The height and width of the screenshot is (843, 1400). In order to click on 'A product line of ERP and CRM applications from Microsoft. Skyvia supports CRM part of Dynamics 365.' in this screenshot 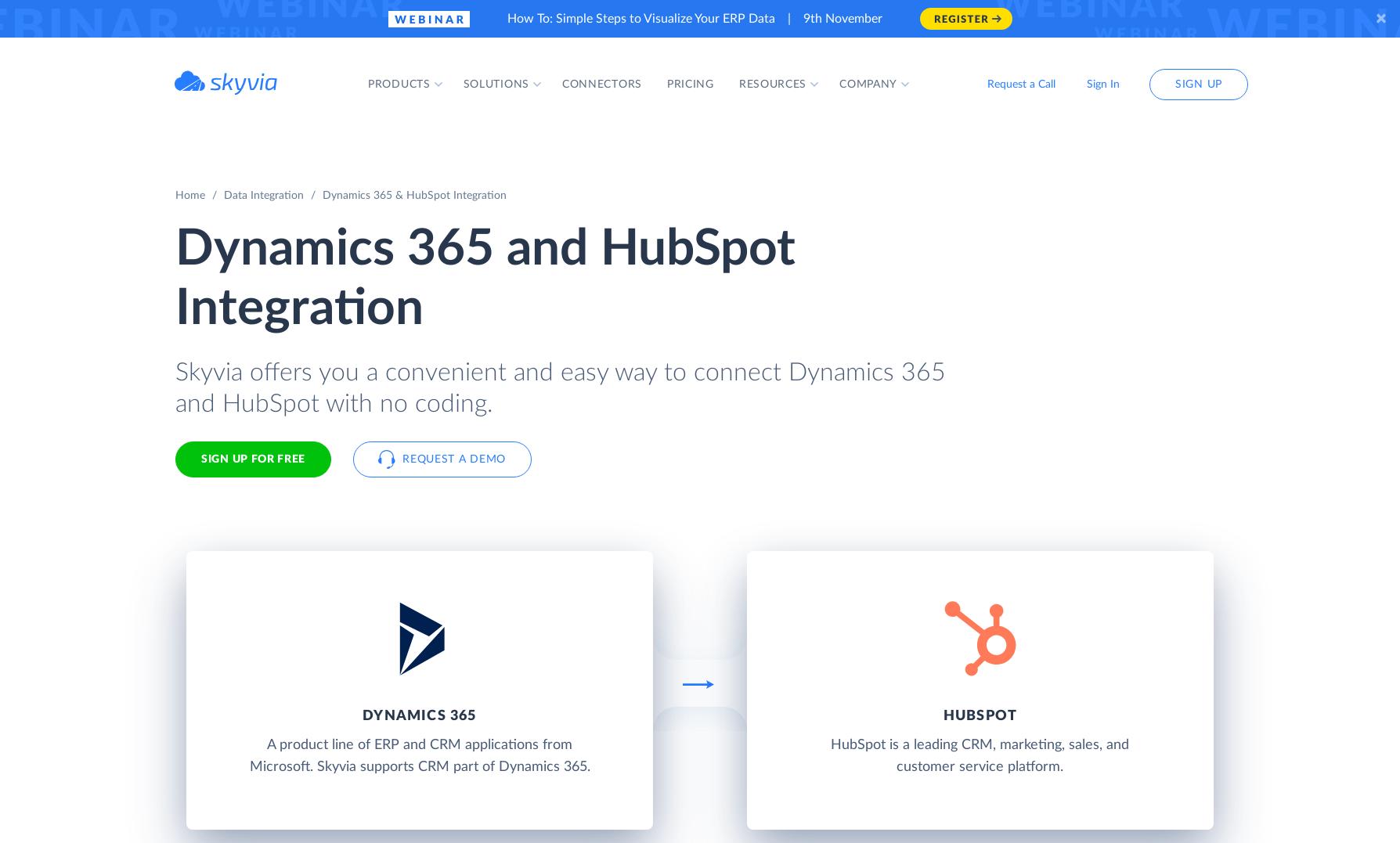, I will do `click(248, 755)`.